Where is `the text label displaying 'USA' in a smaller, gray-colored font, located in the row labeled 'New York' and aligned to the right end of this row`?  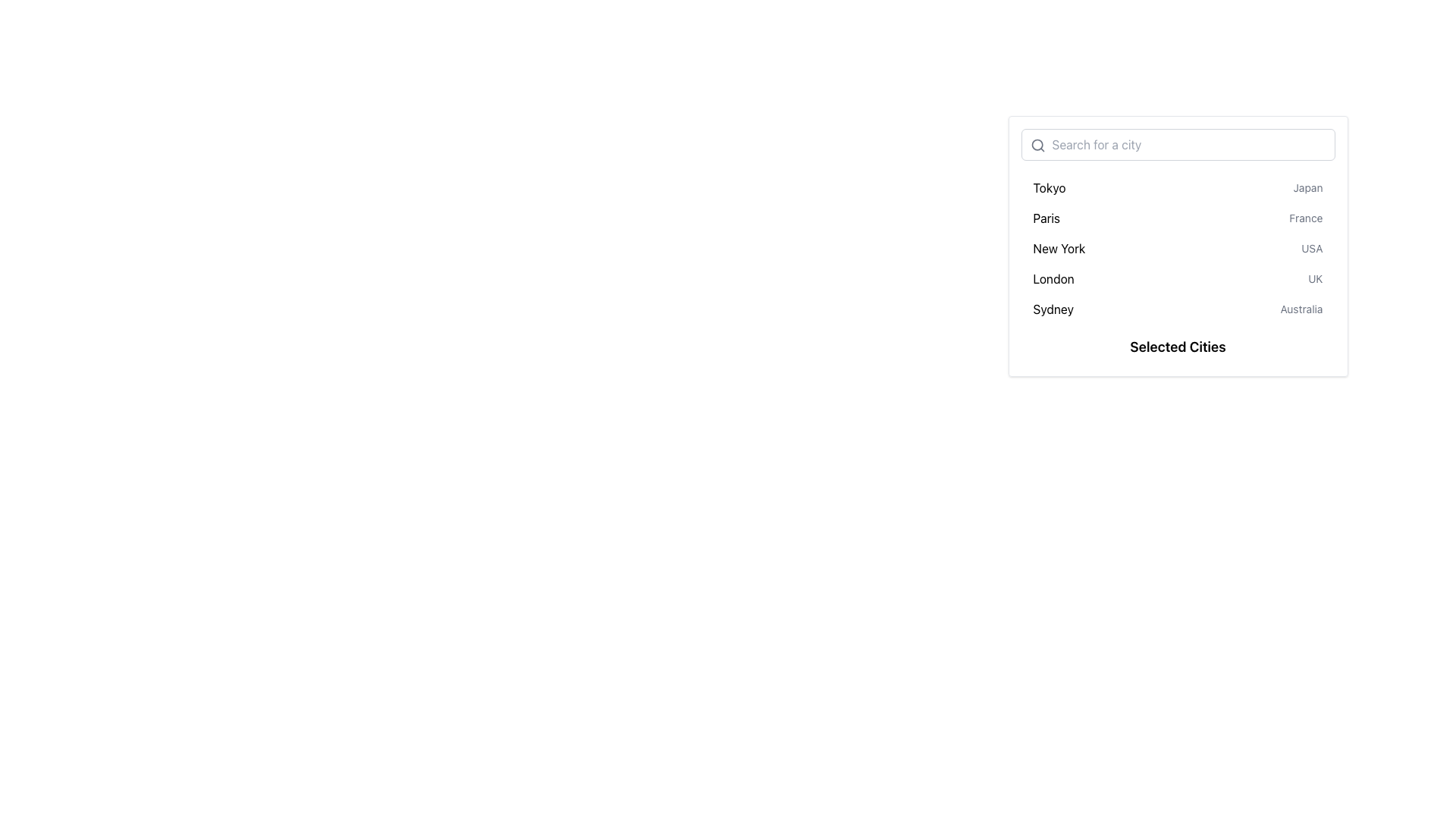 the text label displaying 'USA' in a smaller, gray-colored font, located in the row labeled 'New York' and aligned to the right end of this row is located at coordinates (1311, 247).